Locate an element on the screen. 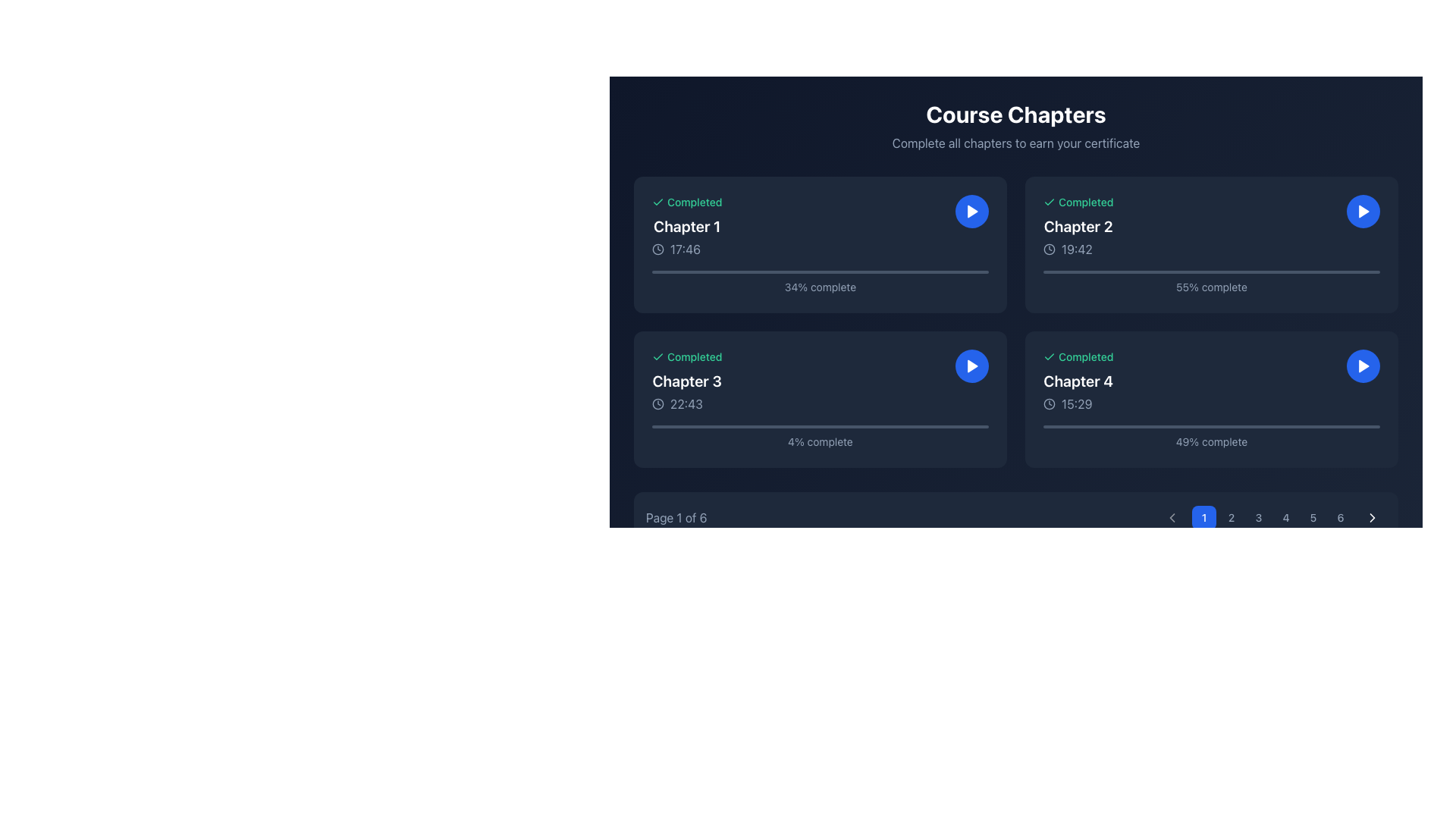 The image size is (1456, 819). the static text displaying '15:29' styled in light gray color next to a clock icon, located in the fourth chapter card at the bottom right of the dark blue interface is located at coordinates (1078, 403).